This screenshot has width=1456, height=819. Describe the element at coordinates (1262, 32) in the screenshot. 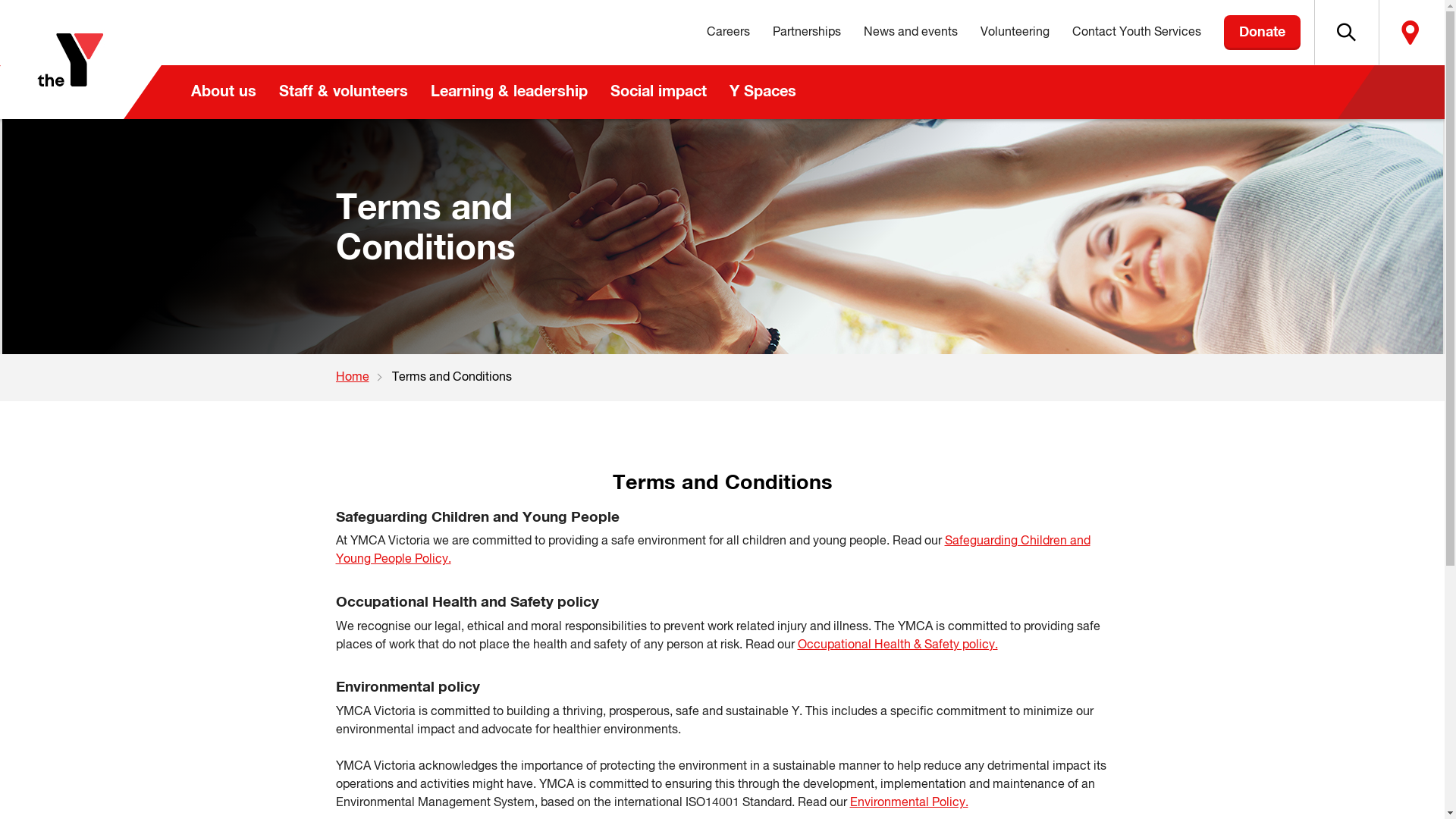

I see `'Donate'` at that location.